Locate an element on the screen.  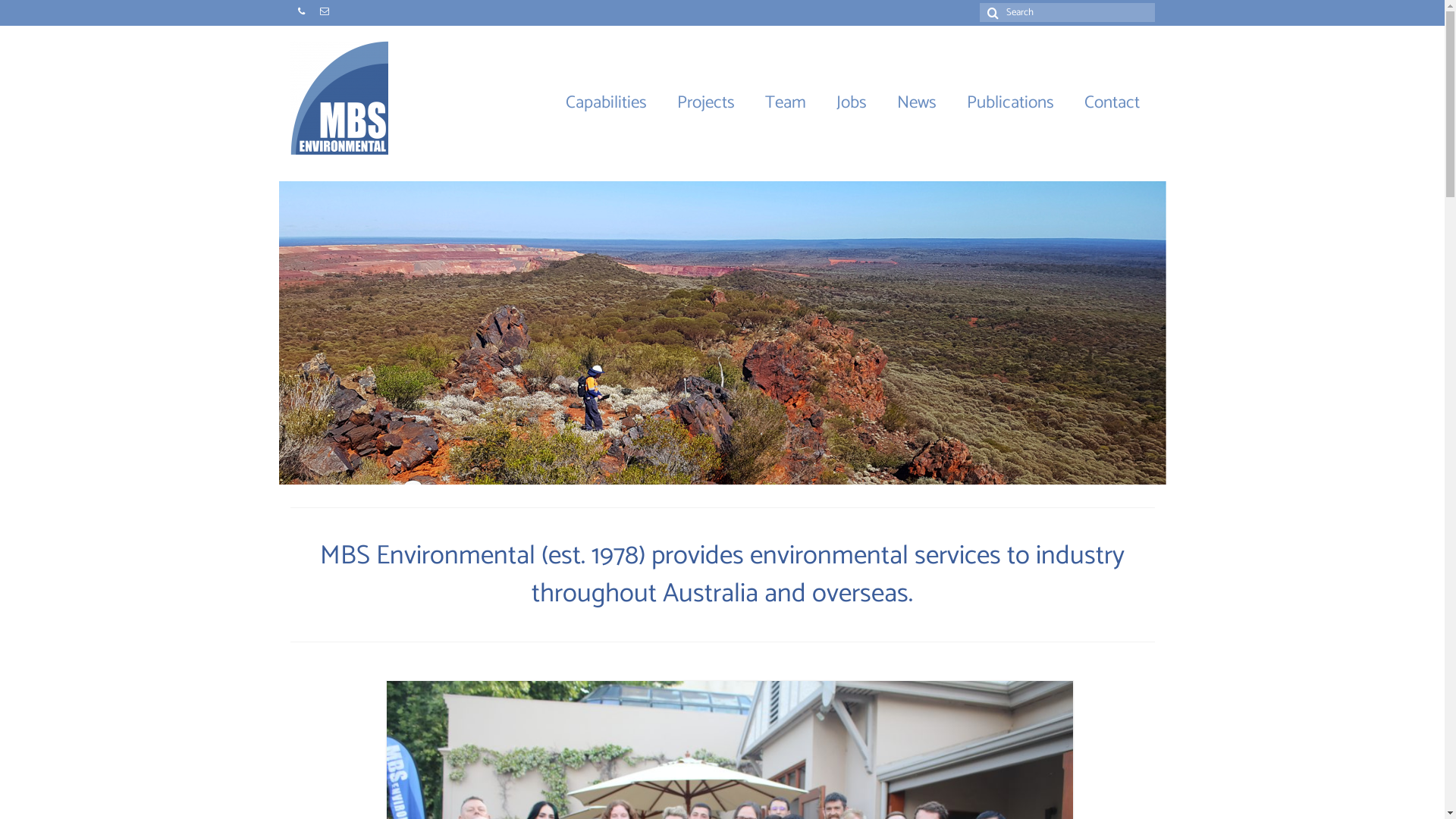
'News' is located at coordinates (880, 102).